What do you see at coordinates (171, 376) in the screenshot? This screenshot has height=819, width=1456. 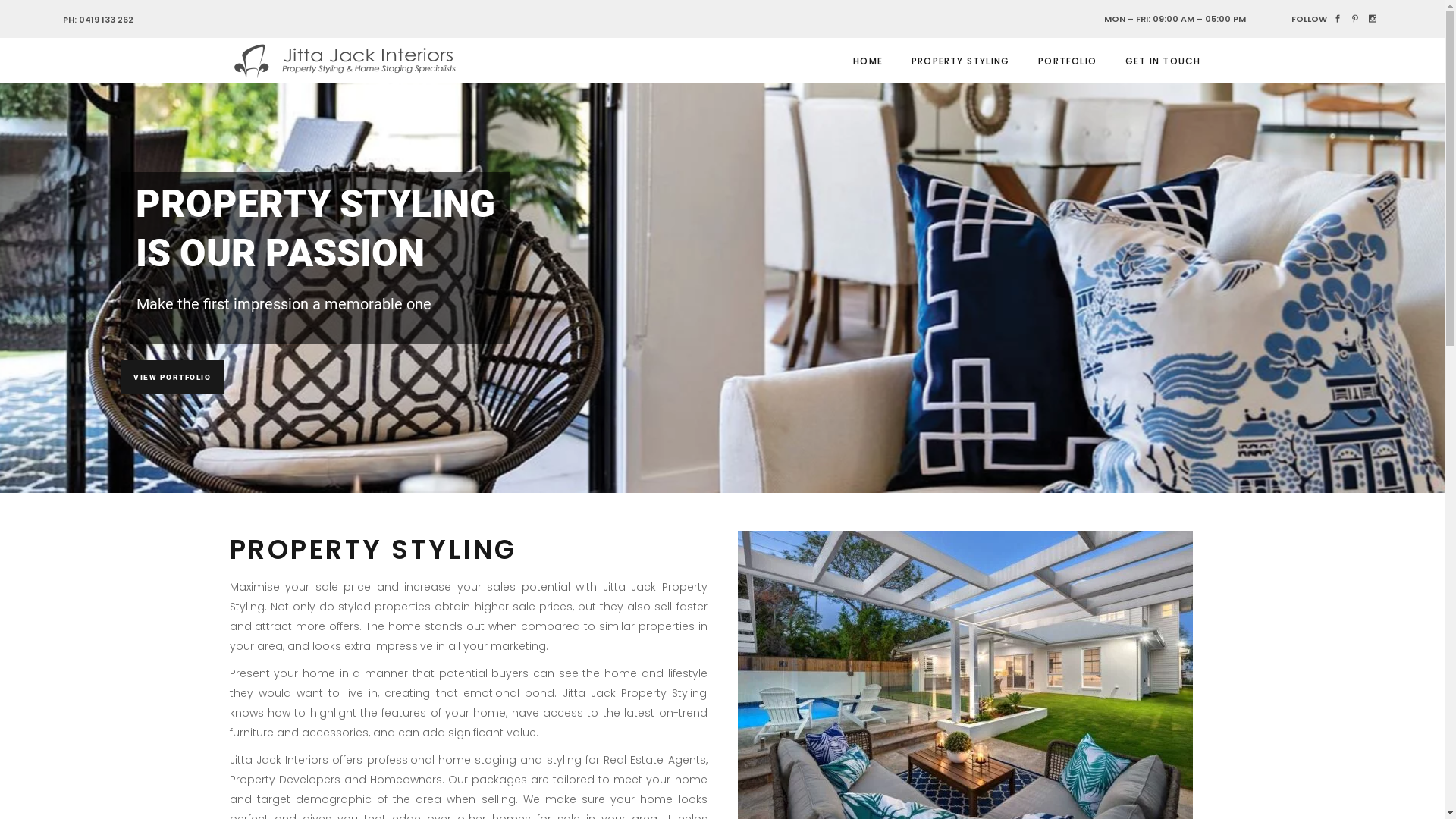 I see `'VIEW PORTFOLIO'` at bounding box center [171, 376].